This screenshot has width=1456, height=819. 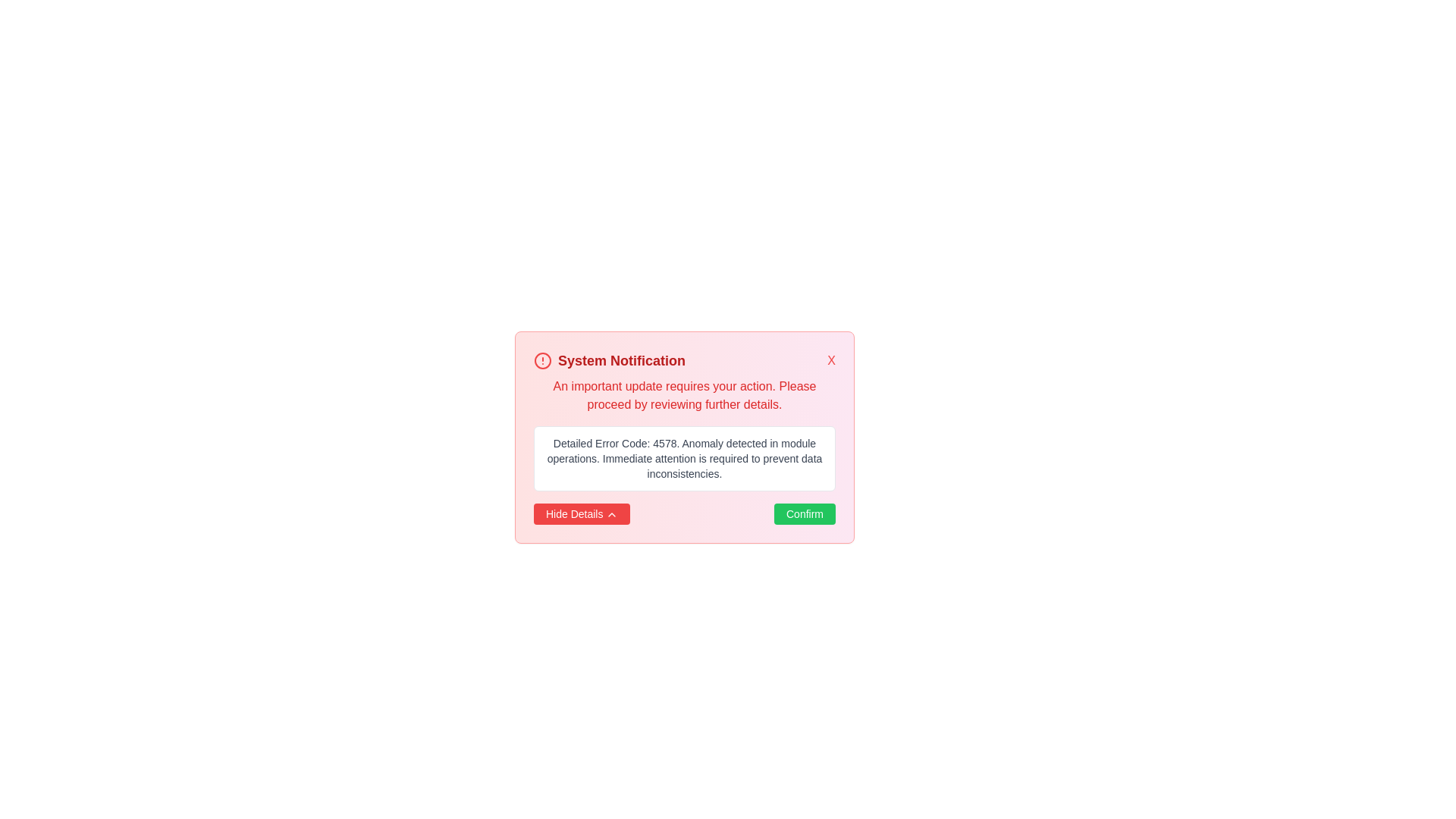 What do you see at coordinates (804, 513) in the screenshot?
I see `the Confirm button` at bounding box center [804, 513].